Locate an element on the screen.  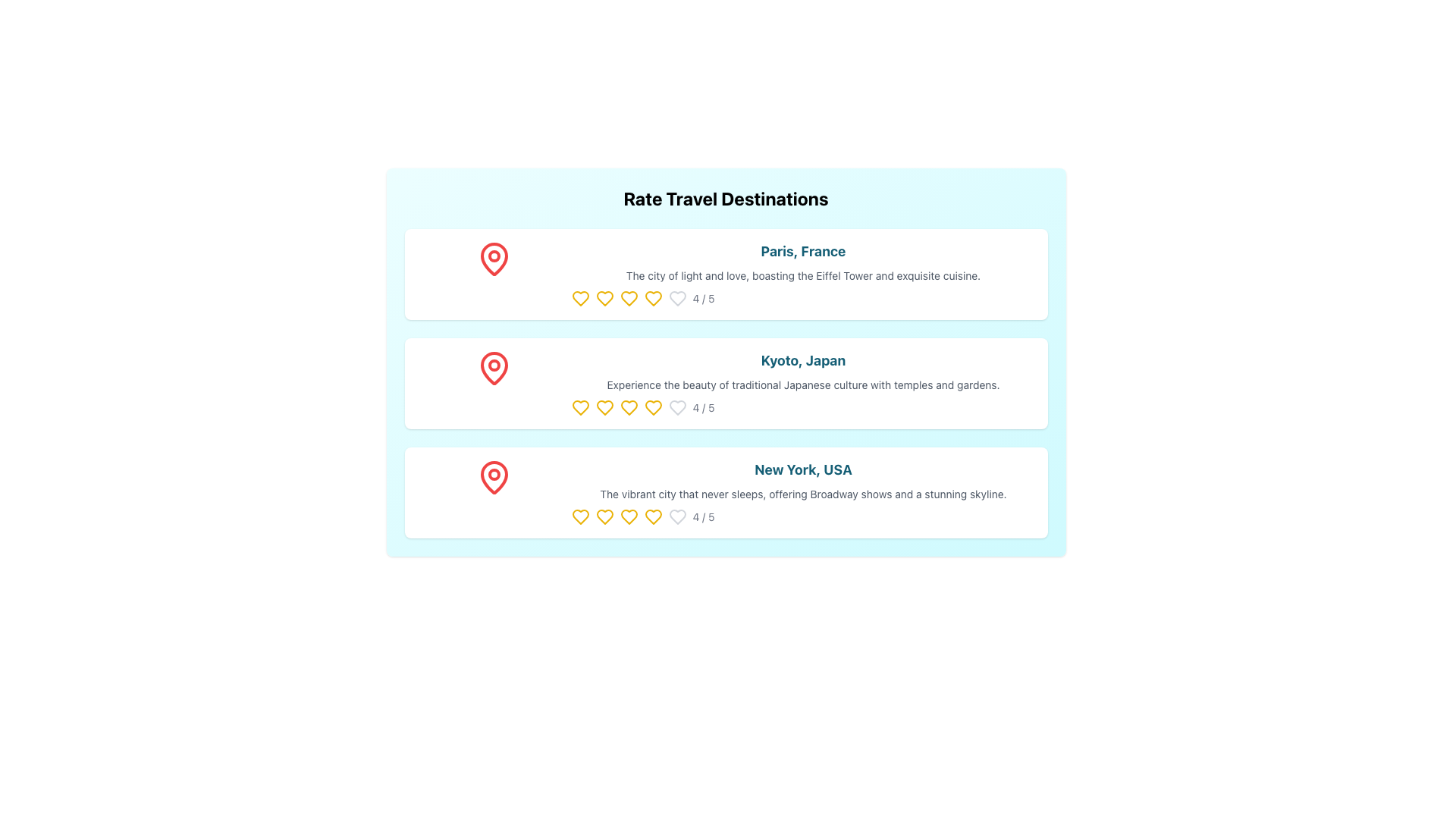
the third heart icon in the rating section under the text 'Kyoto, Japan' is located at coordinates (629, 406).